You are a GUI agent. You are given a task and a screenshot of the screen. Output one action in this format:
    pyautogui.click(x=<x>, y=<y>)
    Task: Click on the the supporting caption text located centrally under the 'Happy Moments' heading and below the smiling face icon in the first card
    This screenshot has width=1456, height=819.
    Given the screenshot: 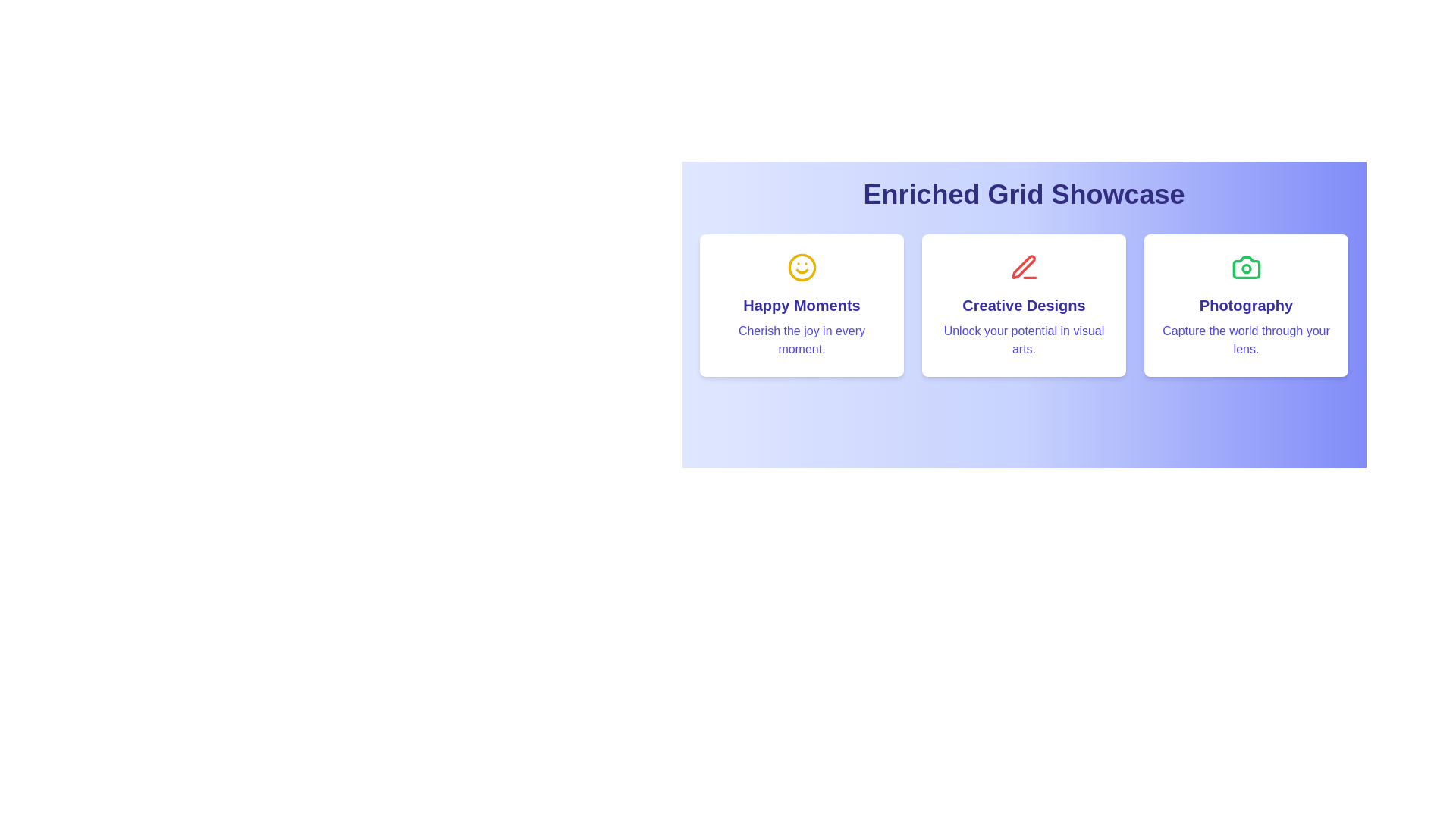 What is the action you would take?
    pyautogui.click(x=801, y=339)
    